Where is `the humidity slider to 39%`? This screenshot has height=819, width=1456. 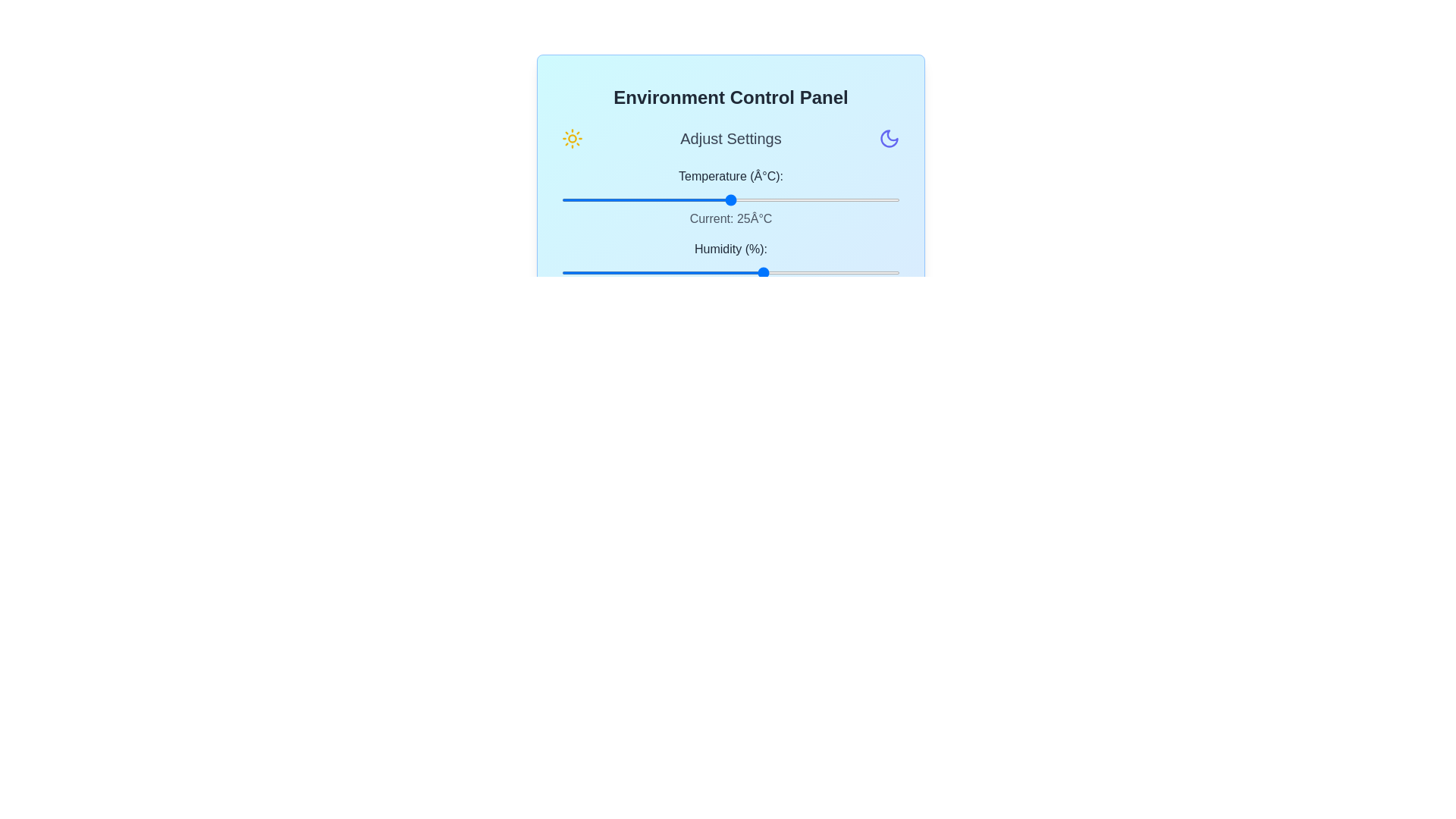 the humidity slider to 39% is located at coordinates (692, 271).